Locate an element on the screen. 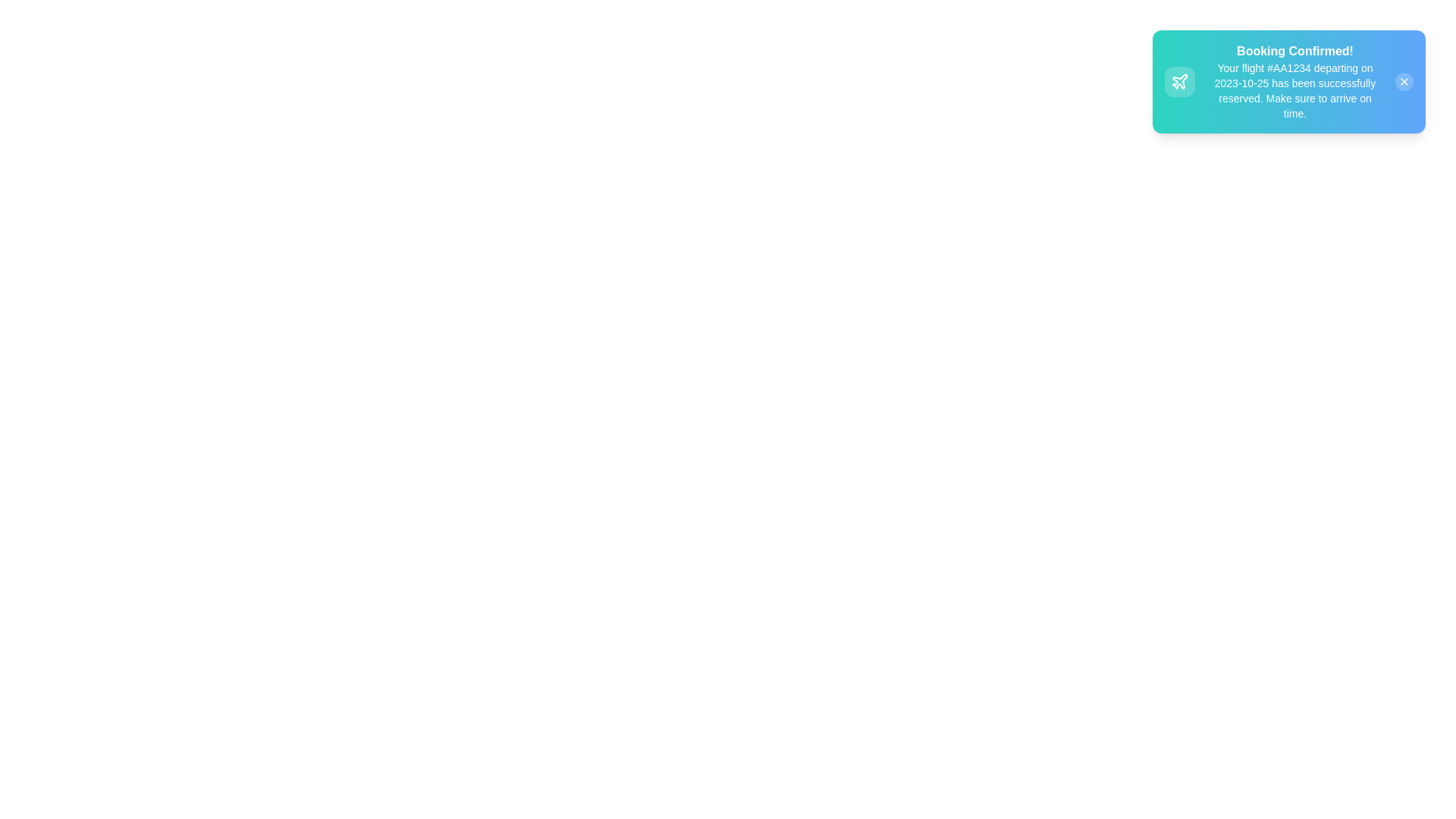 This screenshot has width=1456, height=819. the status indicator icon located left of the 'Booking Confirmed!' text within the notification alert box is located at coordinates (1178, 82).